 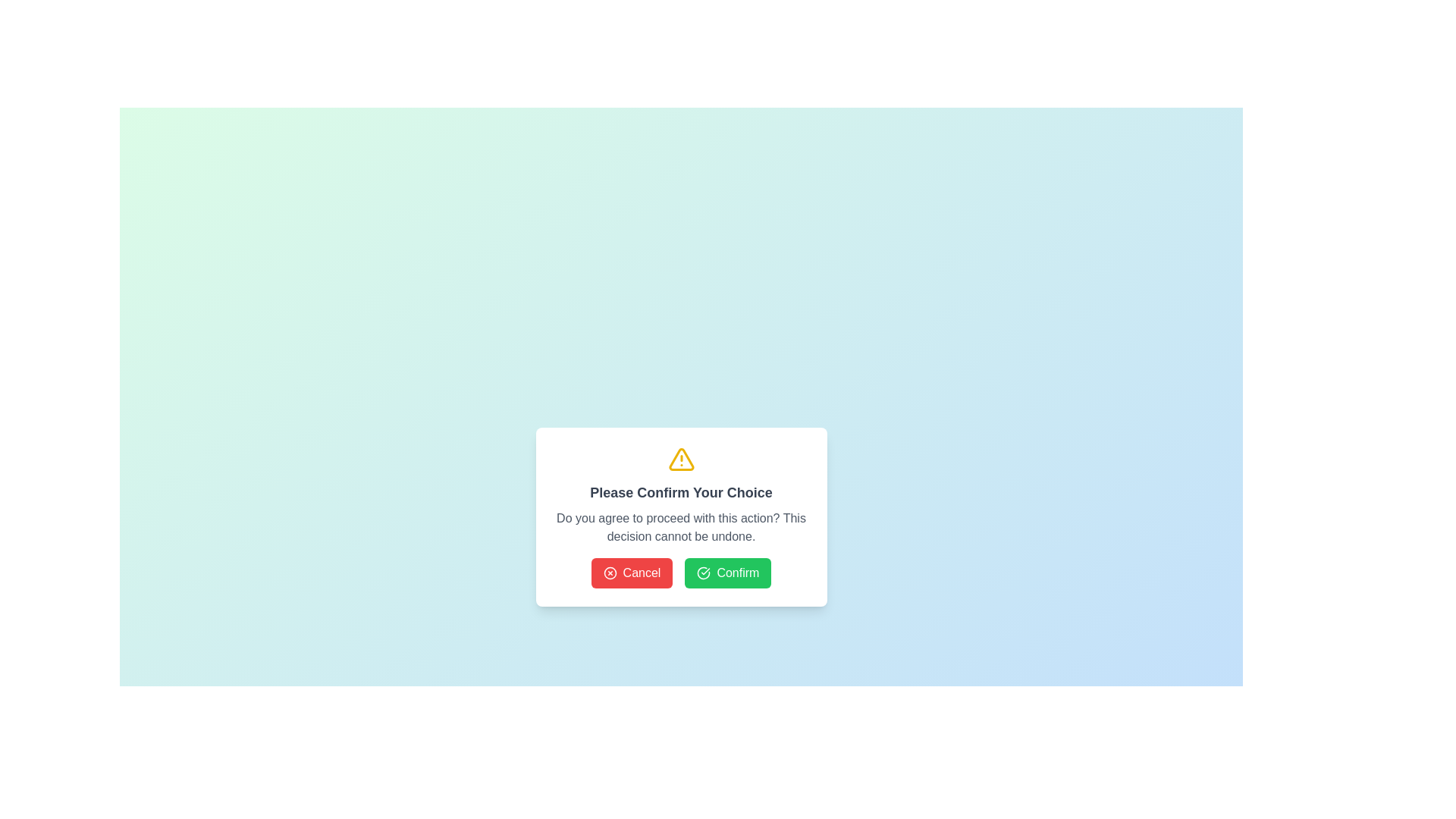 I want to click on textual content that states 'Do you agree to proceed with this action? This decision cannot be undone.' which is located in the center of the confirmation dialog box below the title 'Please Confirm Your Choice', so click(x=680, y=526).